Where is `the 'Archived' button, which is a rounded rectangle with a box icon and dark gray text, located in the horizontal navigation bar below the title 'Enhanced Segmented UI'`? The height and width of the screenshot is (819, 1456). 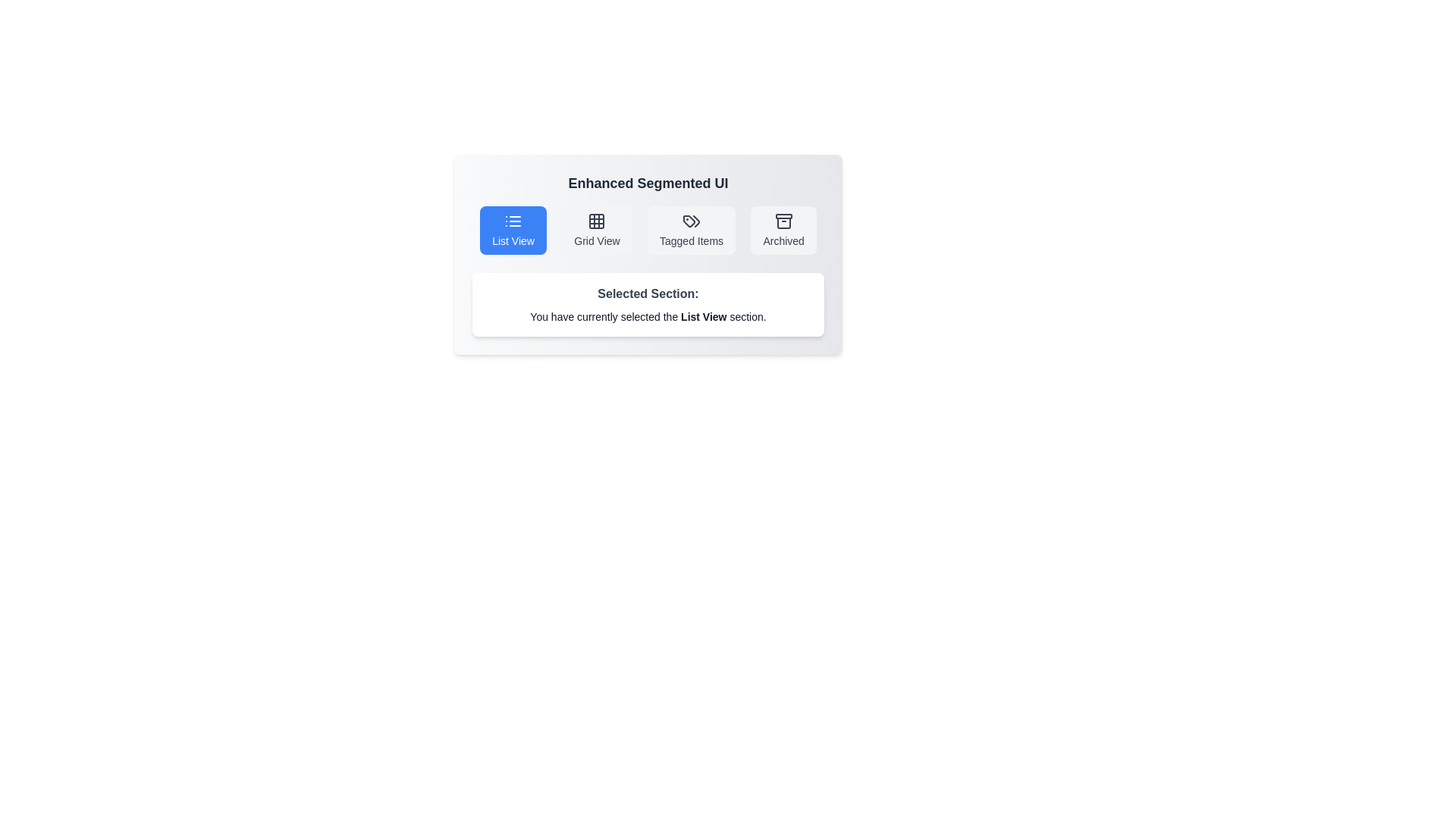
the 'Archived' button, which is a rounded rectangle with a box icon and dark gray text, located in the horizontal navigation bar below the title 'Enhanced Segmented UI' is located at coordinates (783, 231).